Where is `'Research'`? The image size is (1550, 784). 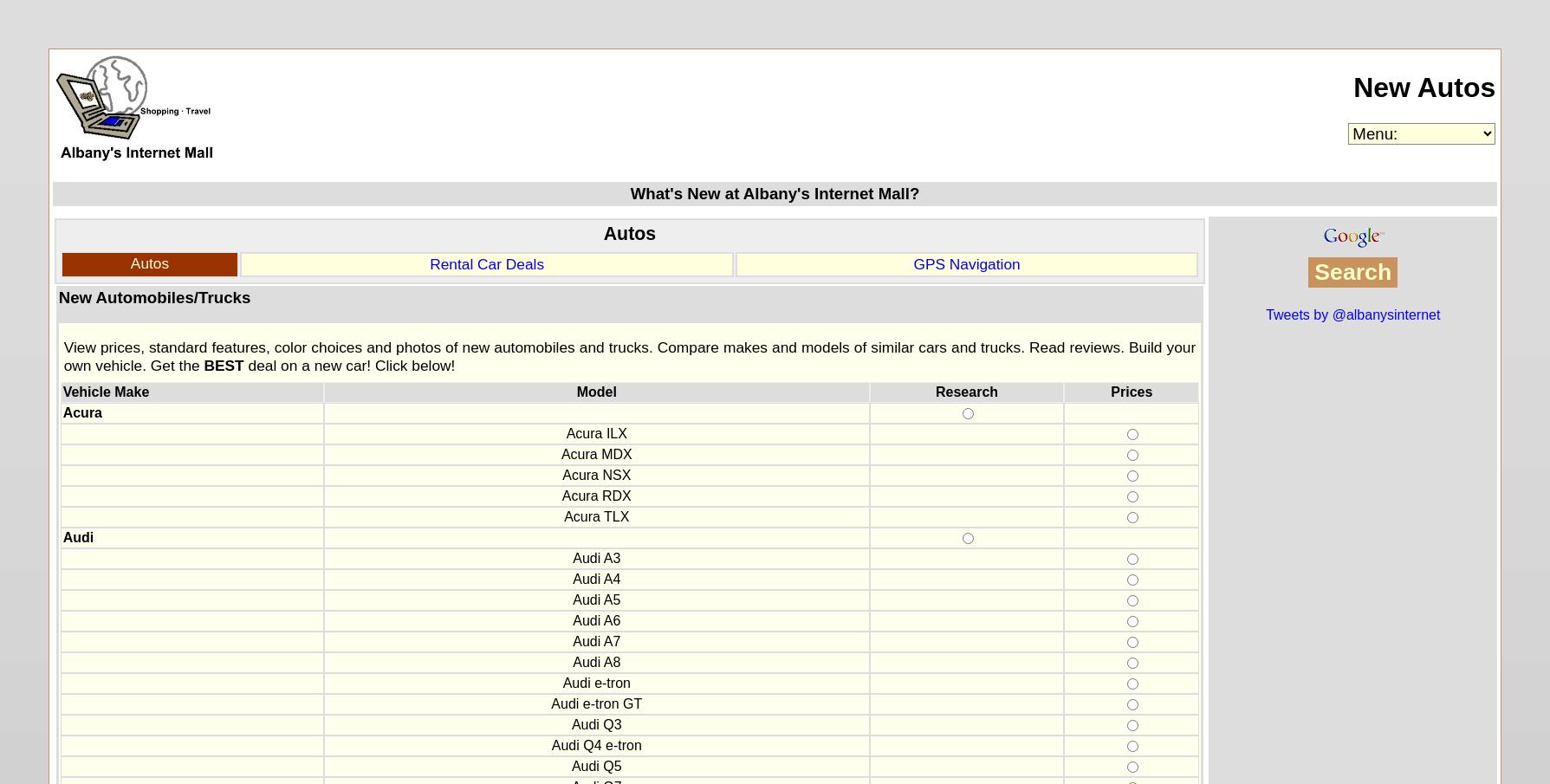
'Research' is located at coordinates (965, 391).